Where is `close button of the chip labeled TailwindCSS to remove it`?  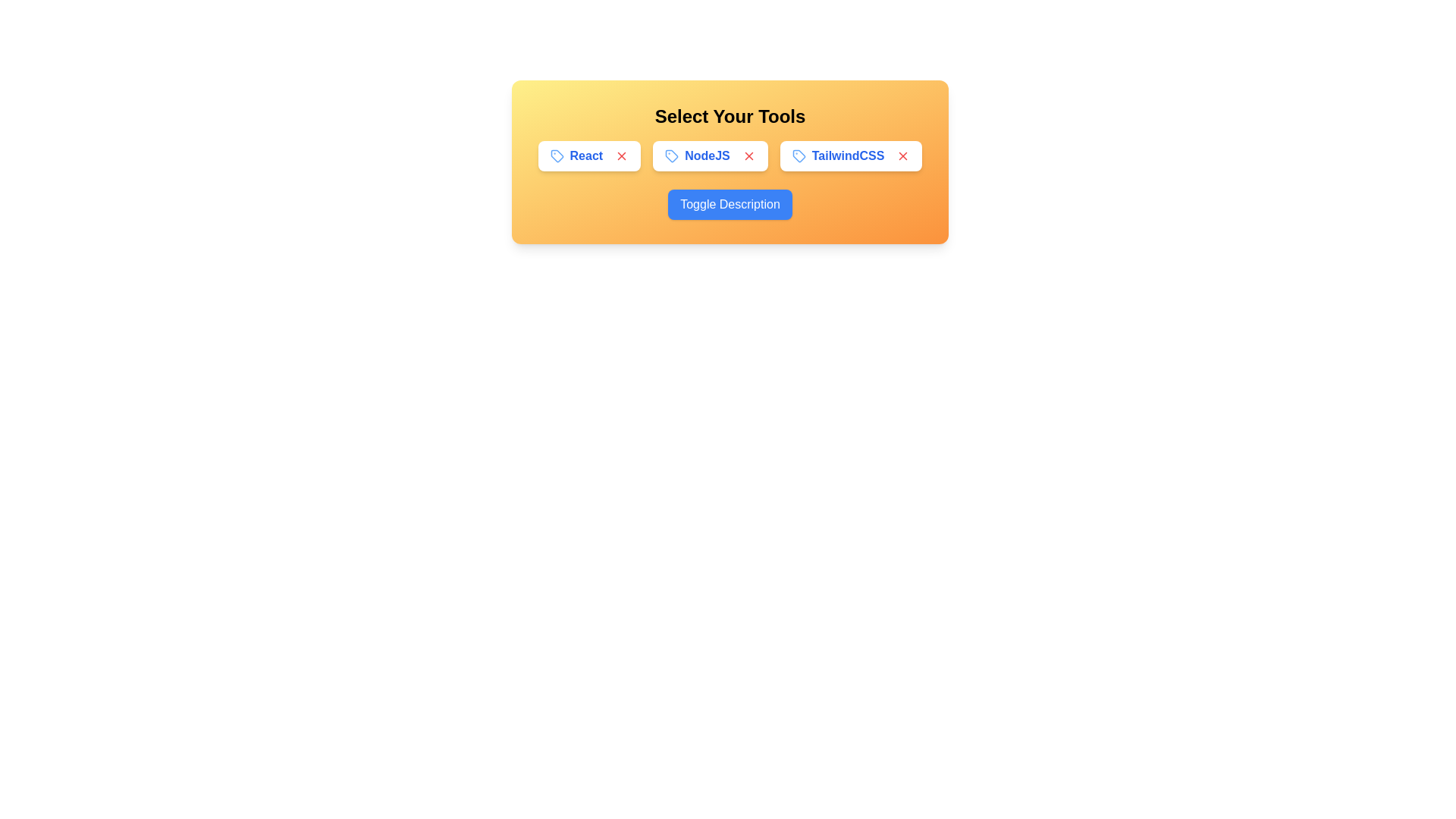
close button of the chip labeled TailwindCSS to remove it is located at coordinates (903, 155).